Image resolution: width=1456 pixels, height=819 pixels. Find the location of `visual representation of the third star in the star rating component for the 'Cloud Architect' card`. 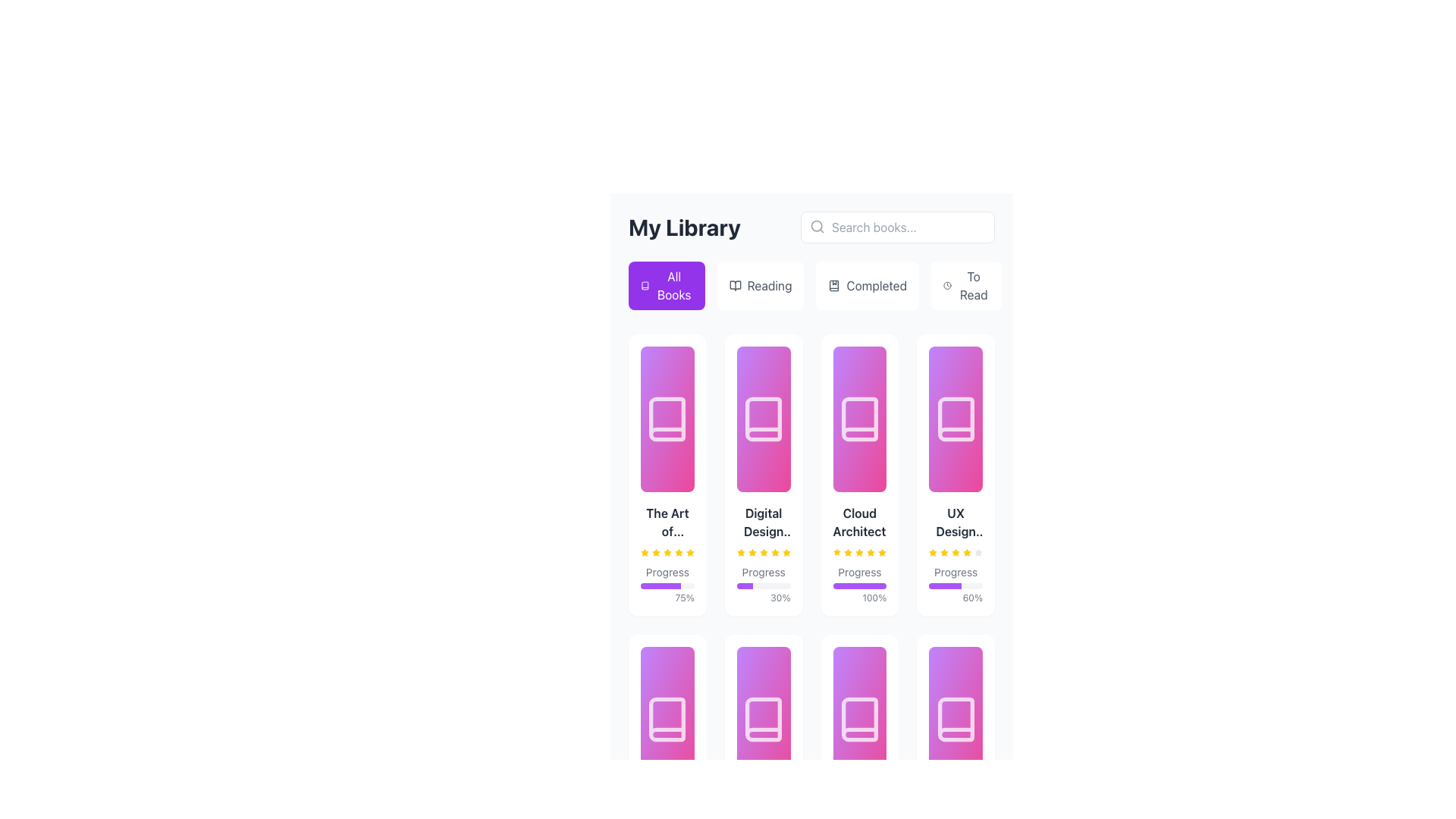

visual representation of the third star in the star rating component for the 'Cloud Architect' card is located at coordinates (847, 553).